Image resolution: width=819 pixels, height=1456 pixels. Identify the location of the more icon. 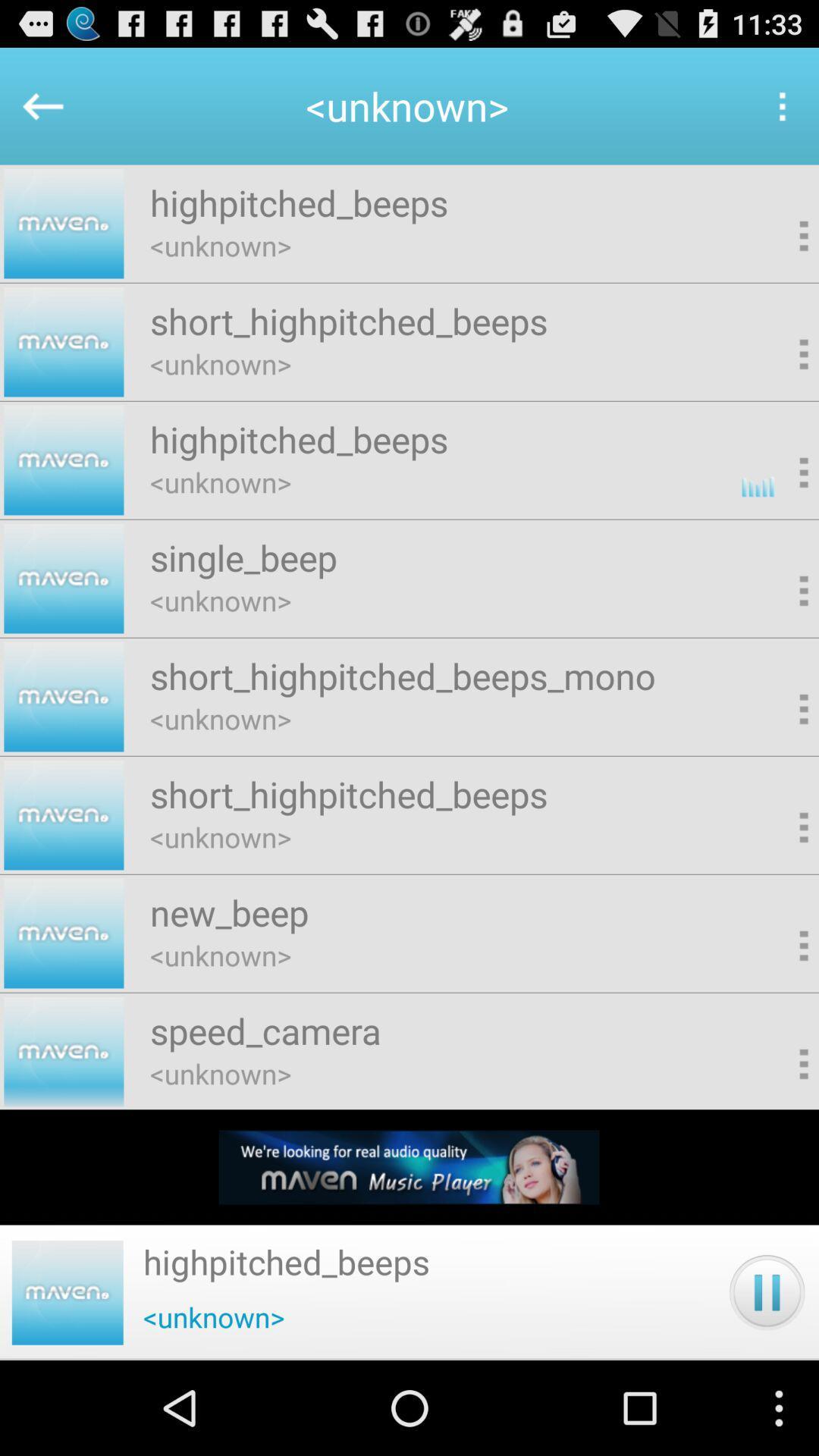
(779, 1013).